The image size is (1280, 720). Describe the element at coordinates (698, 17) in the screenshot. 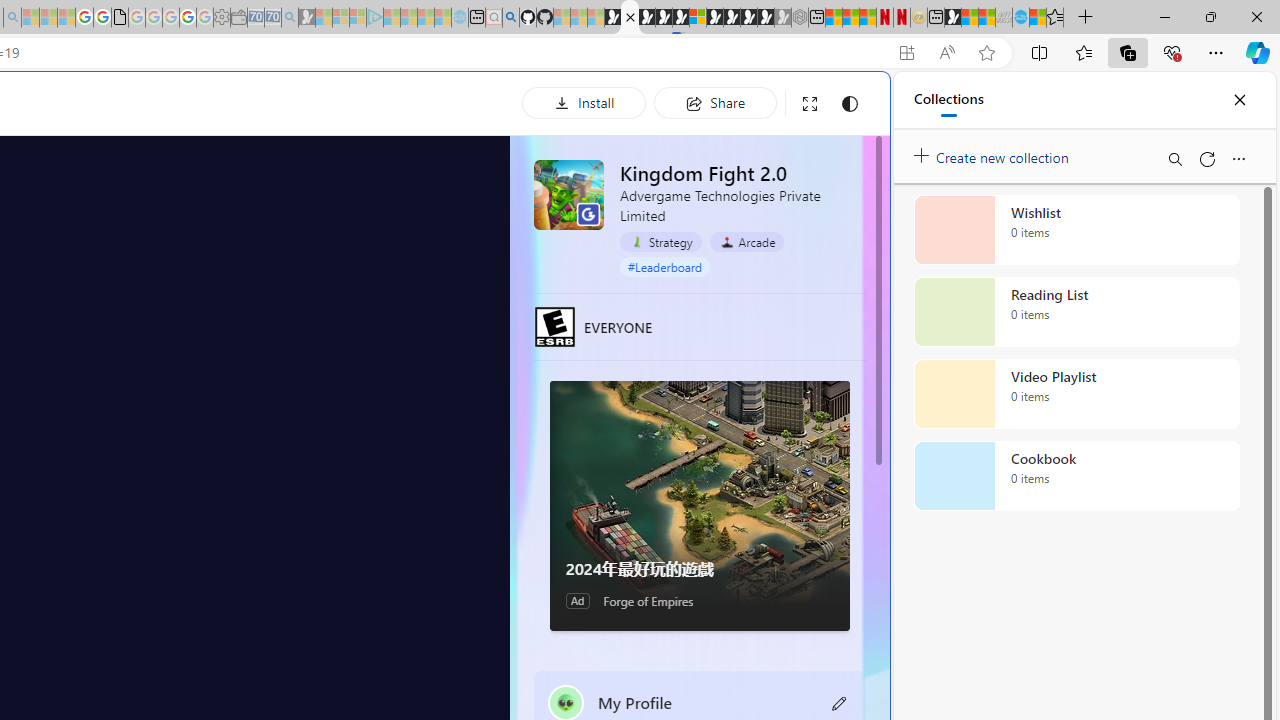

I see `'Sign in to your account'` at that location.